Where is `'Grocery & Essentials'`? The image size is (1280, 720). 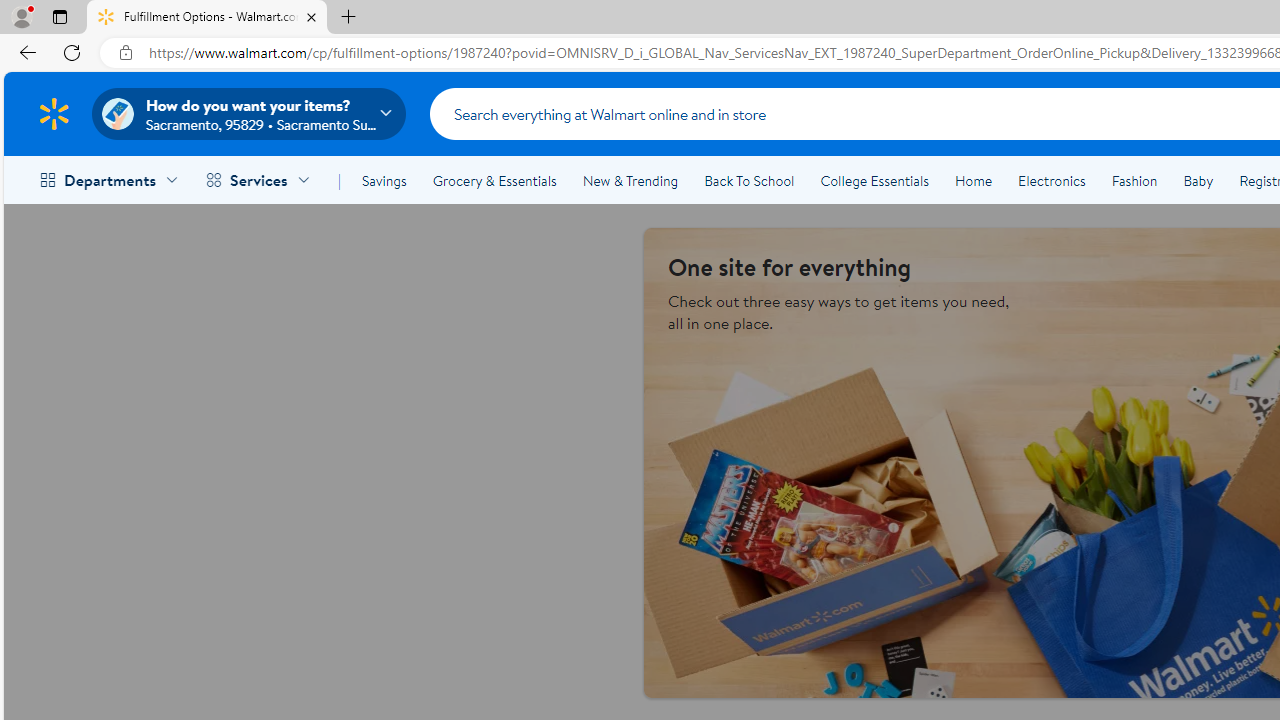
'Grocery & Essentials' is located at coordinates (494, 181).